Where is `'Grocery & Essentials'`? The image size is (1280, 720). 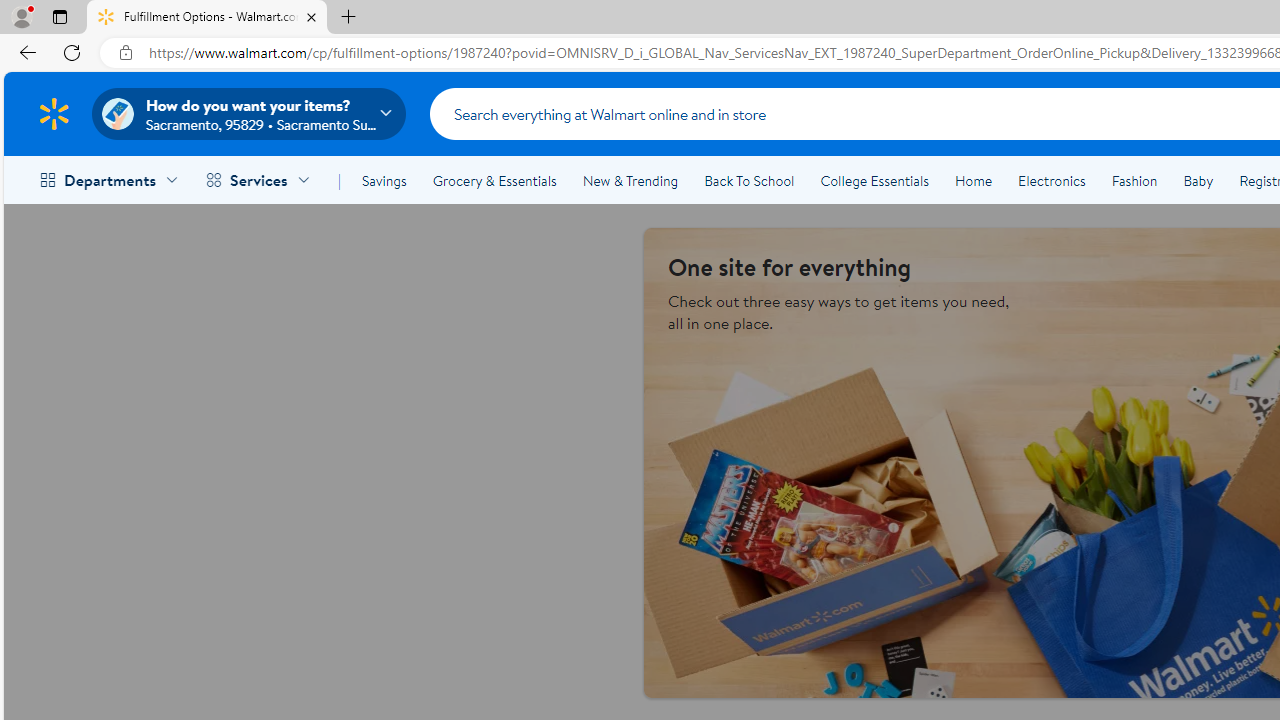
'Grocery & Essentials' is located at coordinates (494, 181).